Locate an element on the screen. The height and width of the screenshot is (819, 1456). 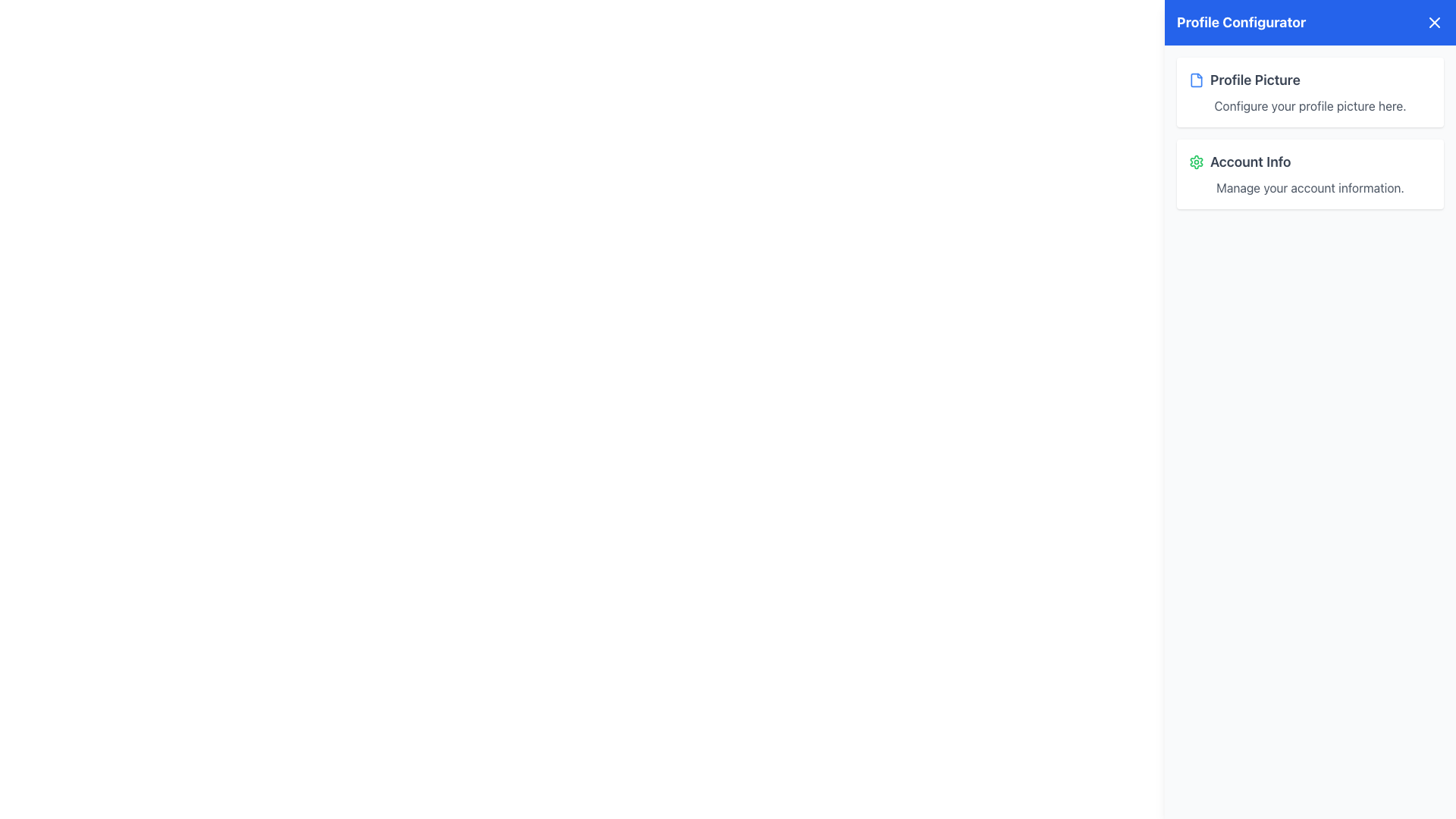
the document icon located in the top-left corner of the 'Profile Picture' section, which is styled with a bold outline and primarily blue in color is located at coordinates (1196, 80).